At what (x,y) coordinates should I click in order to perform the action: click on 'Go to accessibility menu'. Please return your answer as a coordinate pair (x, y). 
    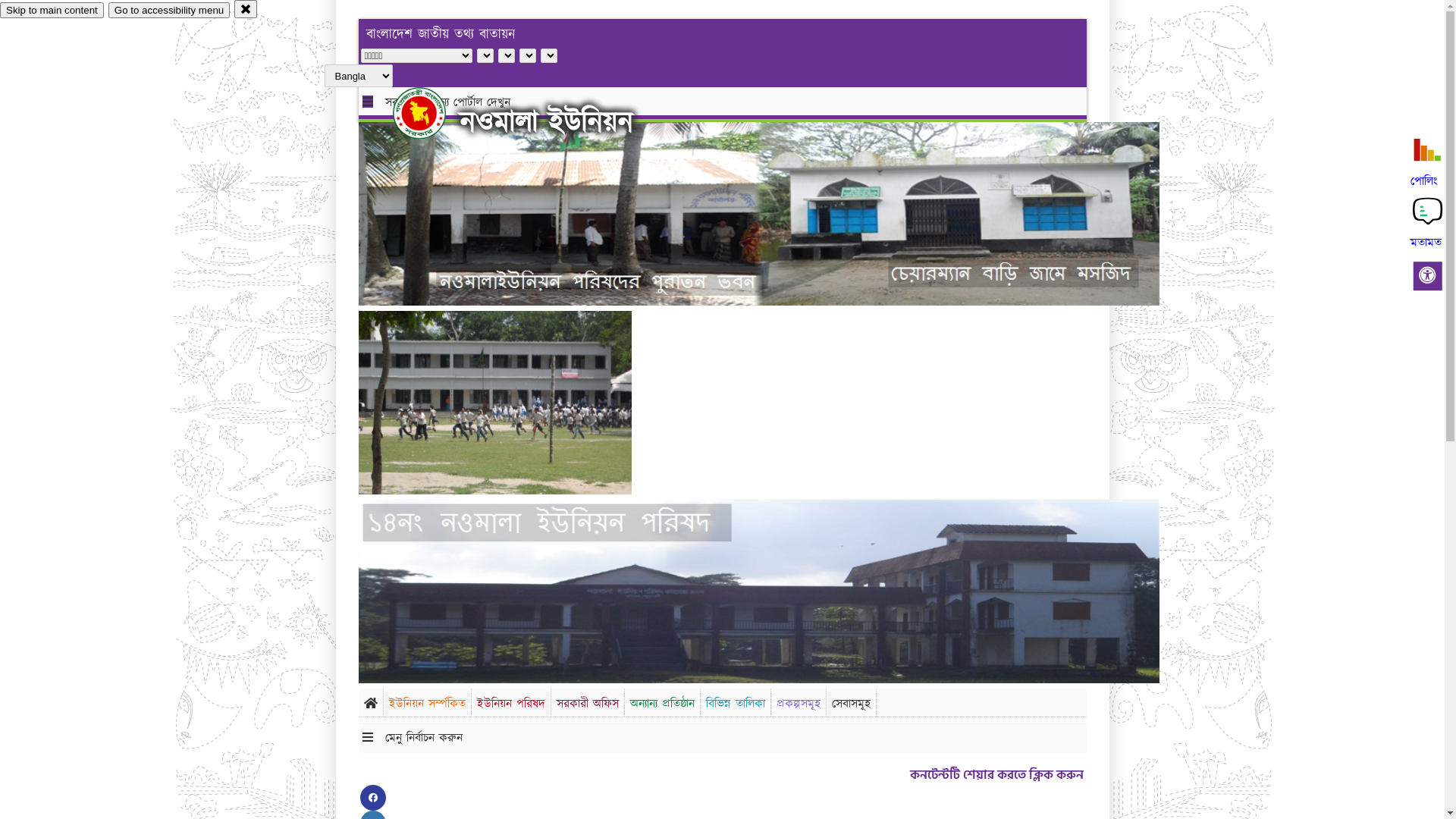
    Looking at the image, I should click on (108, 10).